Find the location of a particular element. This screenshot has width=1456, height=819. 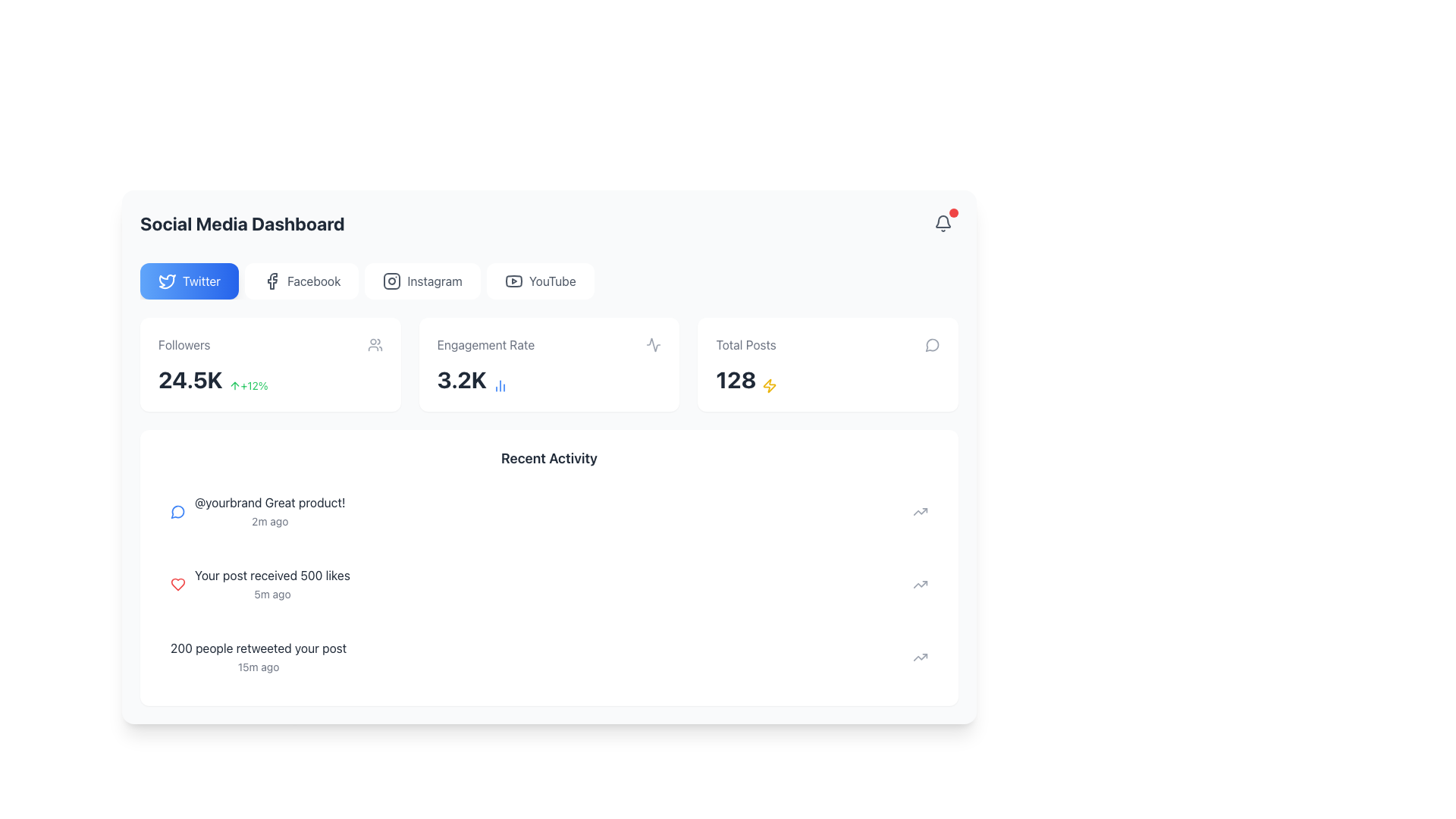

the 'YouTube' label, which is styled in a modern sans-serif font and located in the social media navigation bar is located at coordinates (551, 281).